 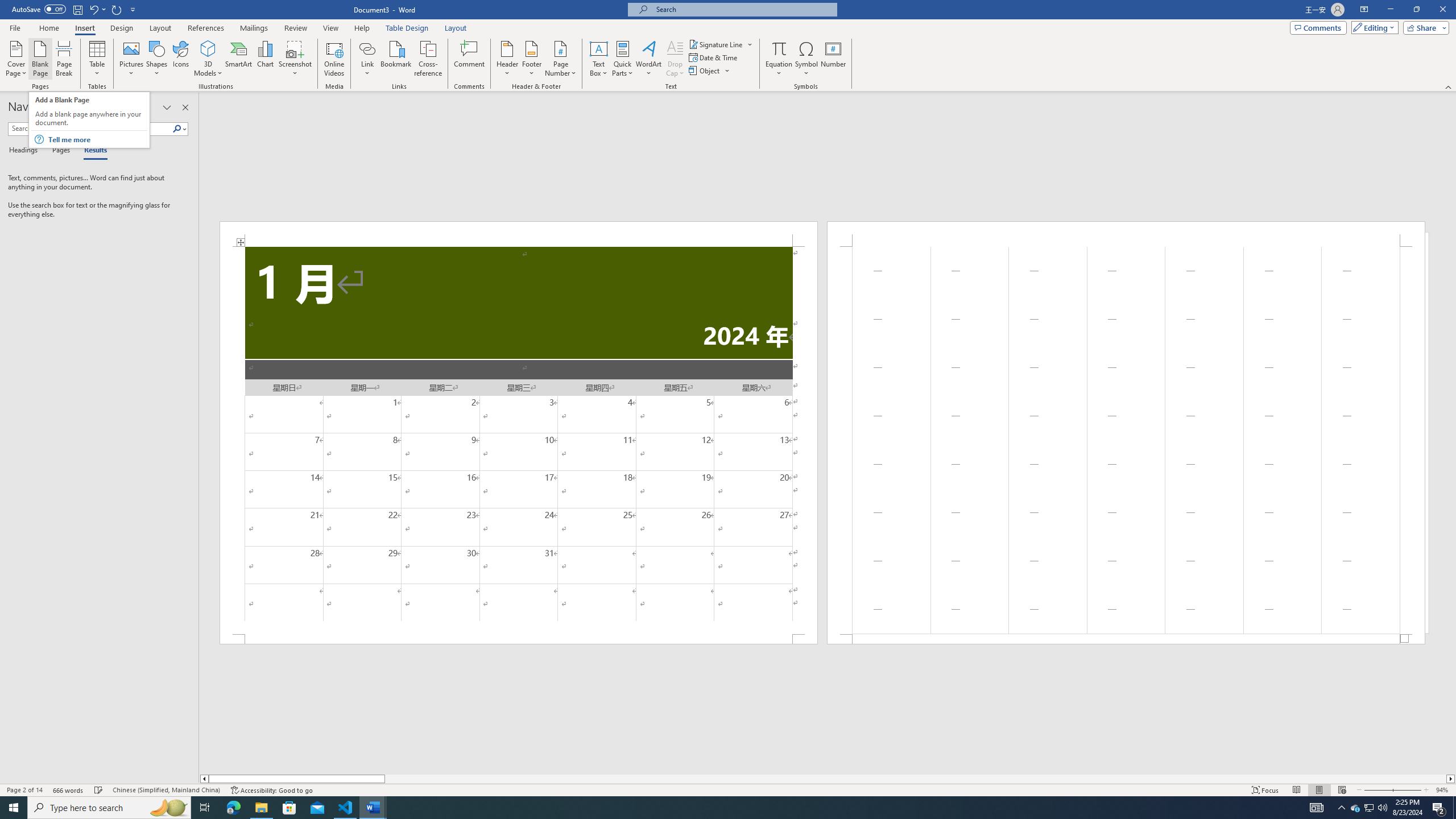 What do you see at coordinates (675, 59) in the screenshot?
I see `'Drop Cap'` at bounding box center [675, 59].